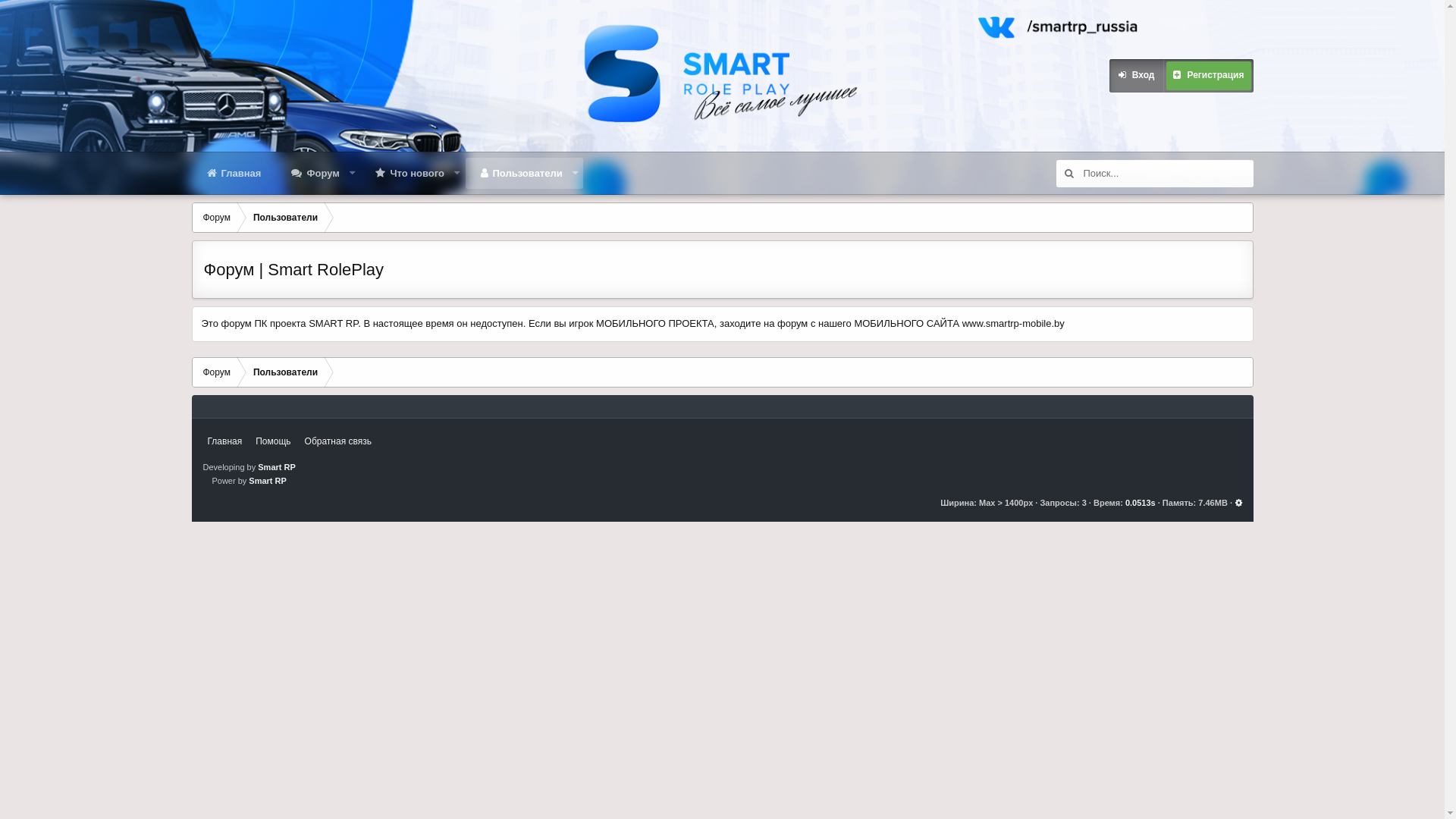 The width and height of the screenshot is (1456, 819). What do you see at coordinates (1140, 503) in the screenshot?
I see `'0.0513s'` at bounding box center [1140, 503].